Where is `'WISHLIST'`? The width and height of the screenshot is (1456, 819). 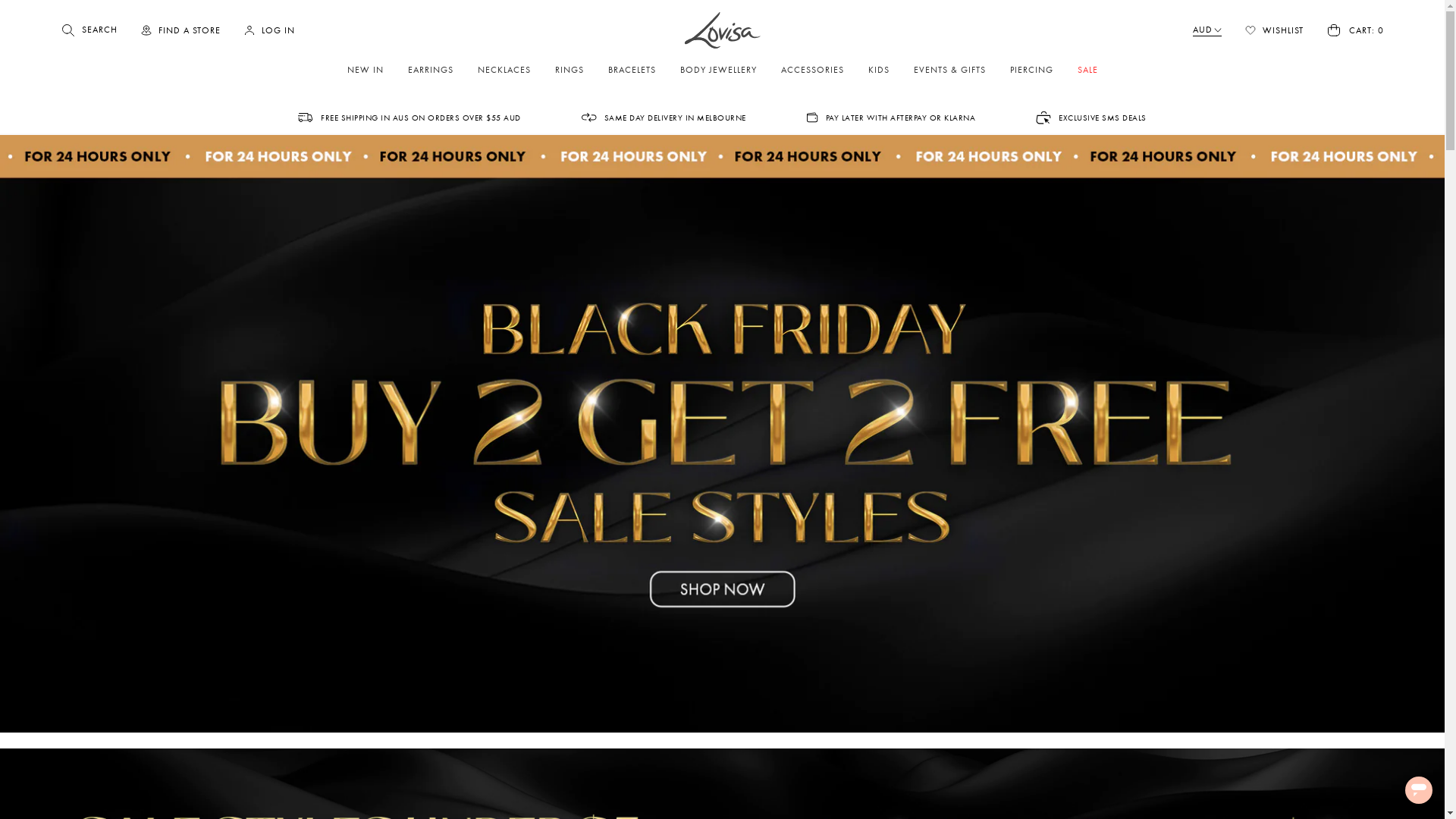 'WISHLIST' is located at coordinates (1274, 30).